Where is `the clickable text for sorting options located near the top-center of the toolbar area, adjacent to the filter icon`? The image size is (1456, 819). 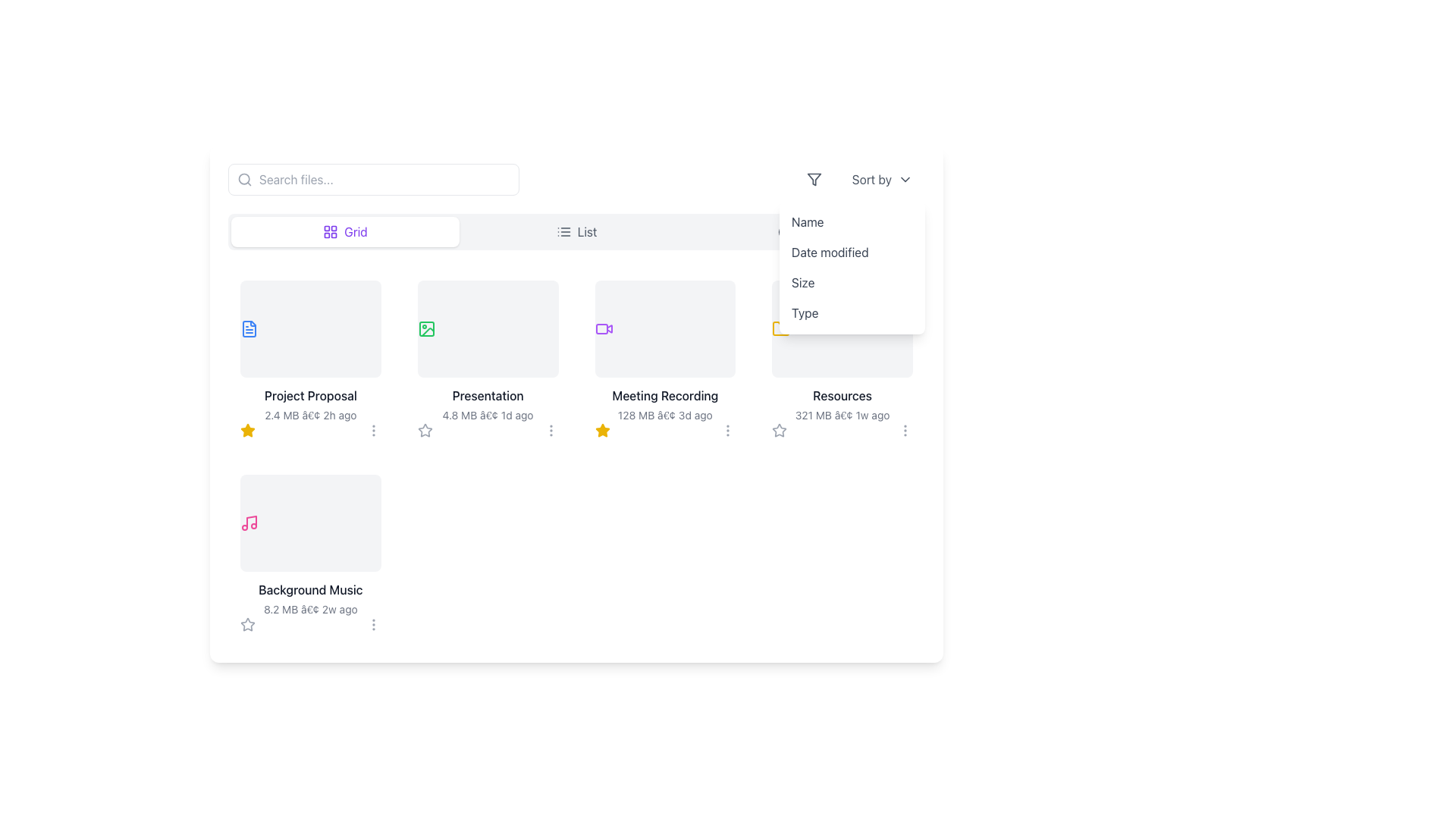
the clickable text for sorting options located near the top-center of the toolbar area, adjacent to the filter icon is located at coordinates (882, 178).